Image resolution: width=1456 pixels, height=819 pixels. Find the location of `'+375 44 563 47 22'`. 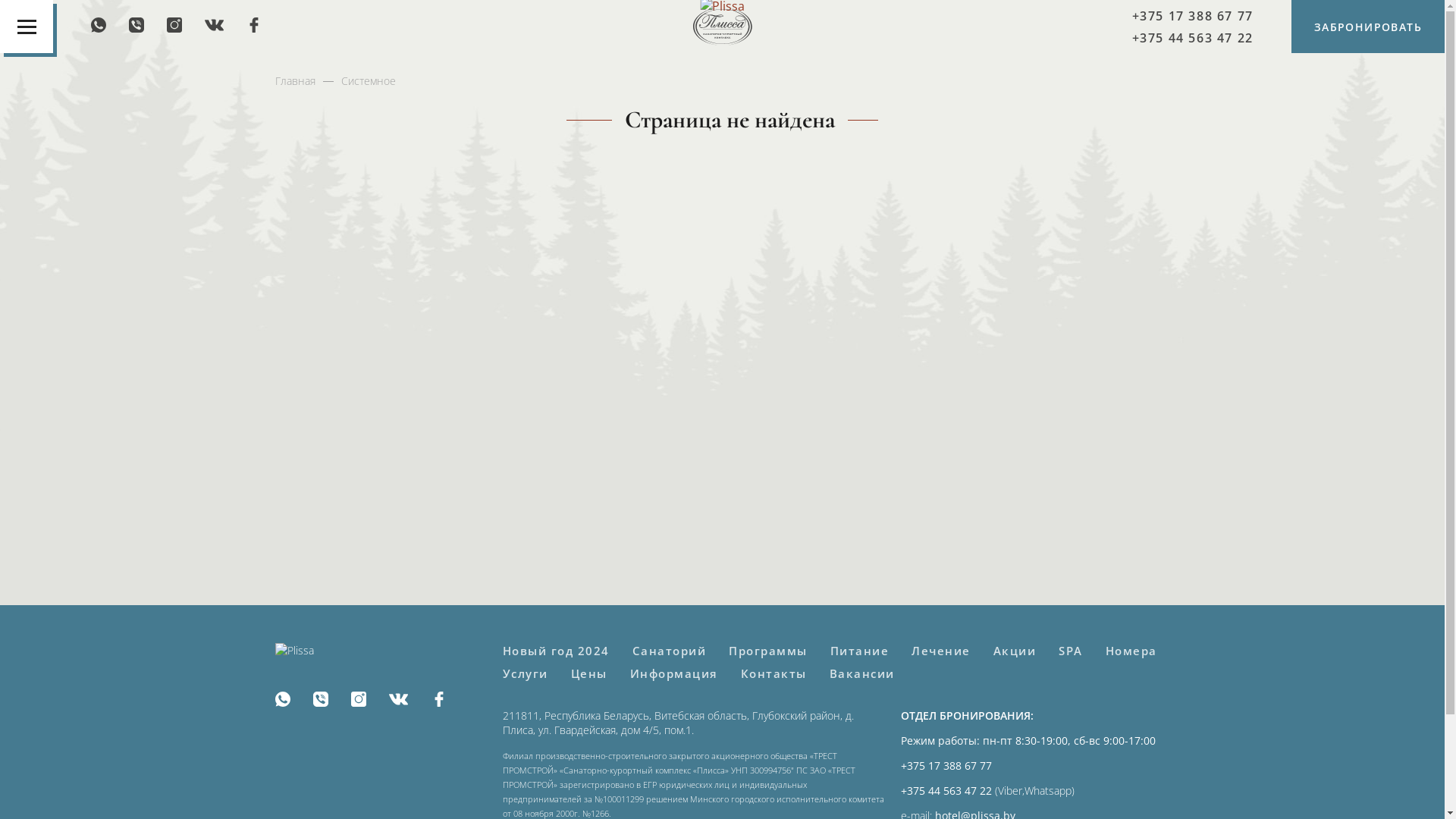

'+375 44 563 47 22' is located at coordinates (1192, 36).